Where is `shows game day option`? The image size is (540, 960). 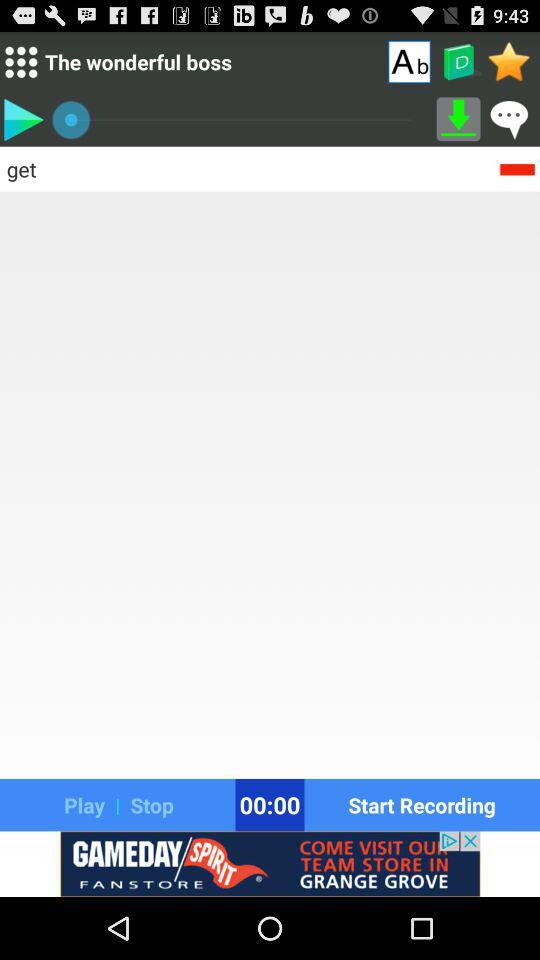
shows game day option is located at coordinates (270, 863).